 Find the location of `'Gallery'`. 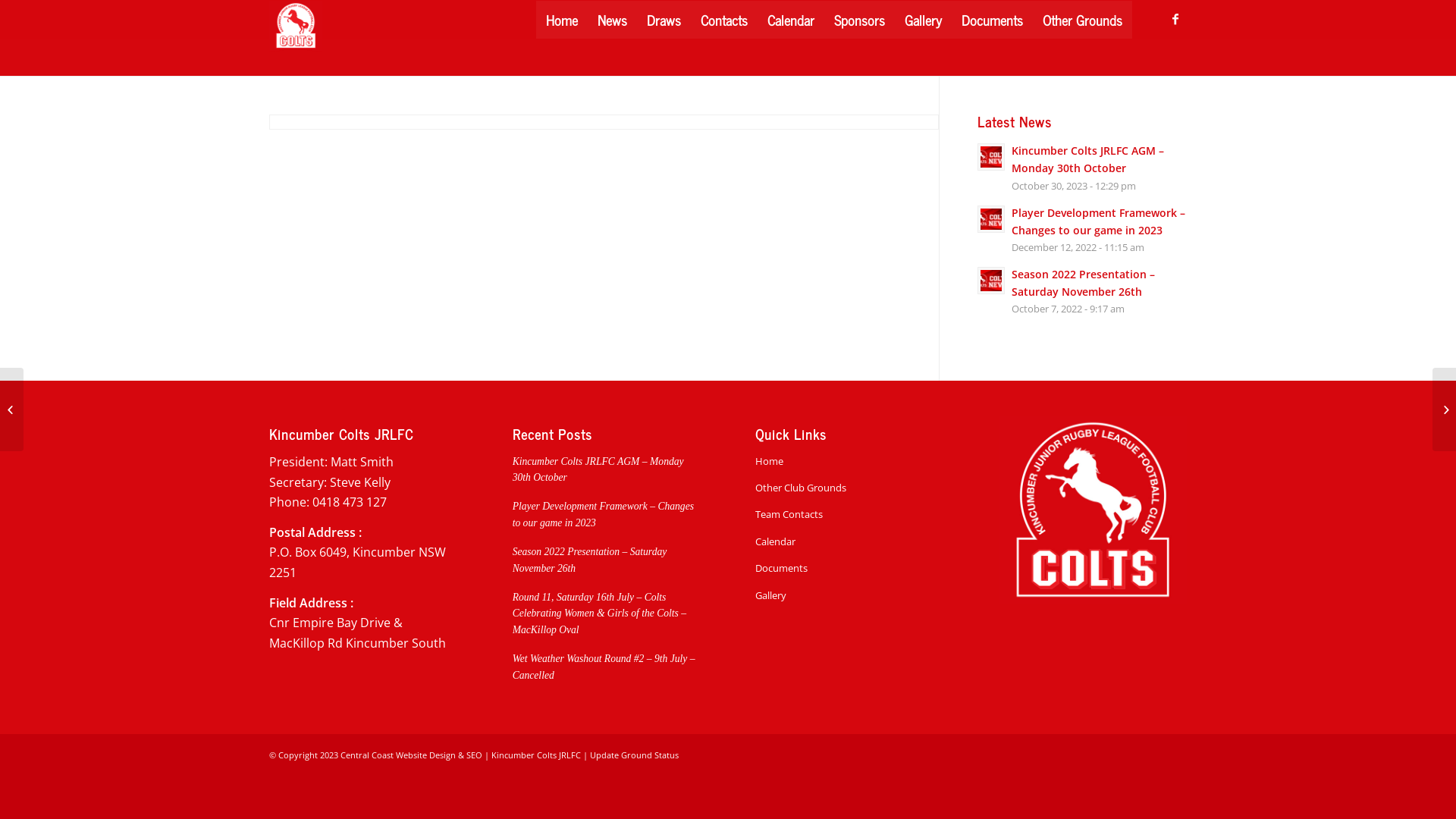

'Gallery' is located at coordinates (755, 595).